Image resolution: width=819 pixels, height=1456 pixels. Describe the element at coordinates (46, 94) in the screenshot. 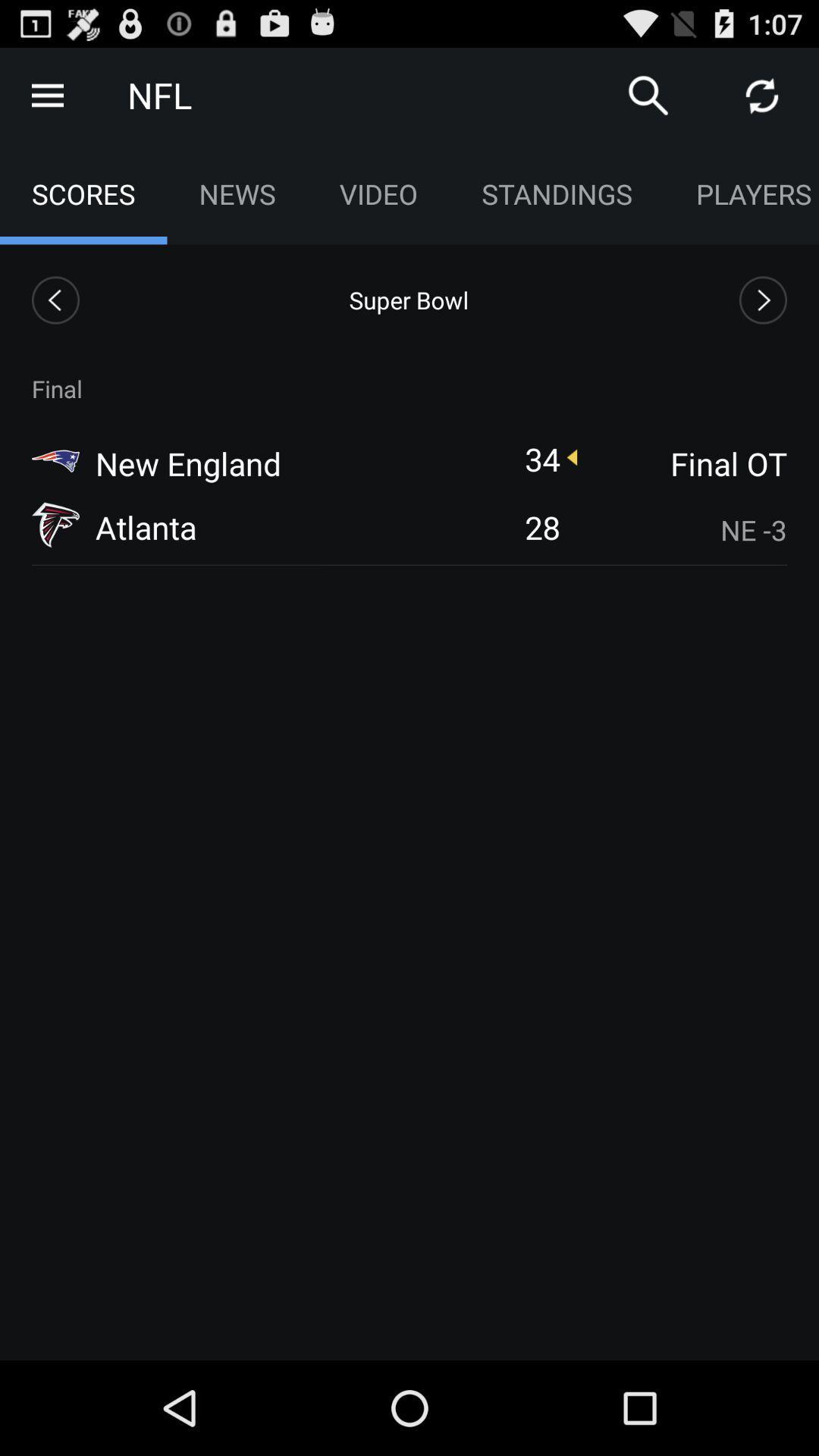

I see `open menu` at that location.